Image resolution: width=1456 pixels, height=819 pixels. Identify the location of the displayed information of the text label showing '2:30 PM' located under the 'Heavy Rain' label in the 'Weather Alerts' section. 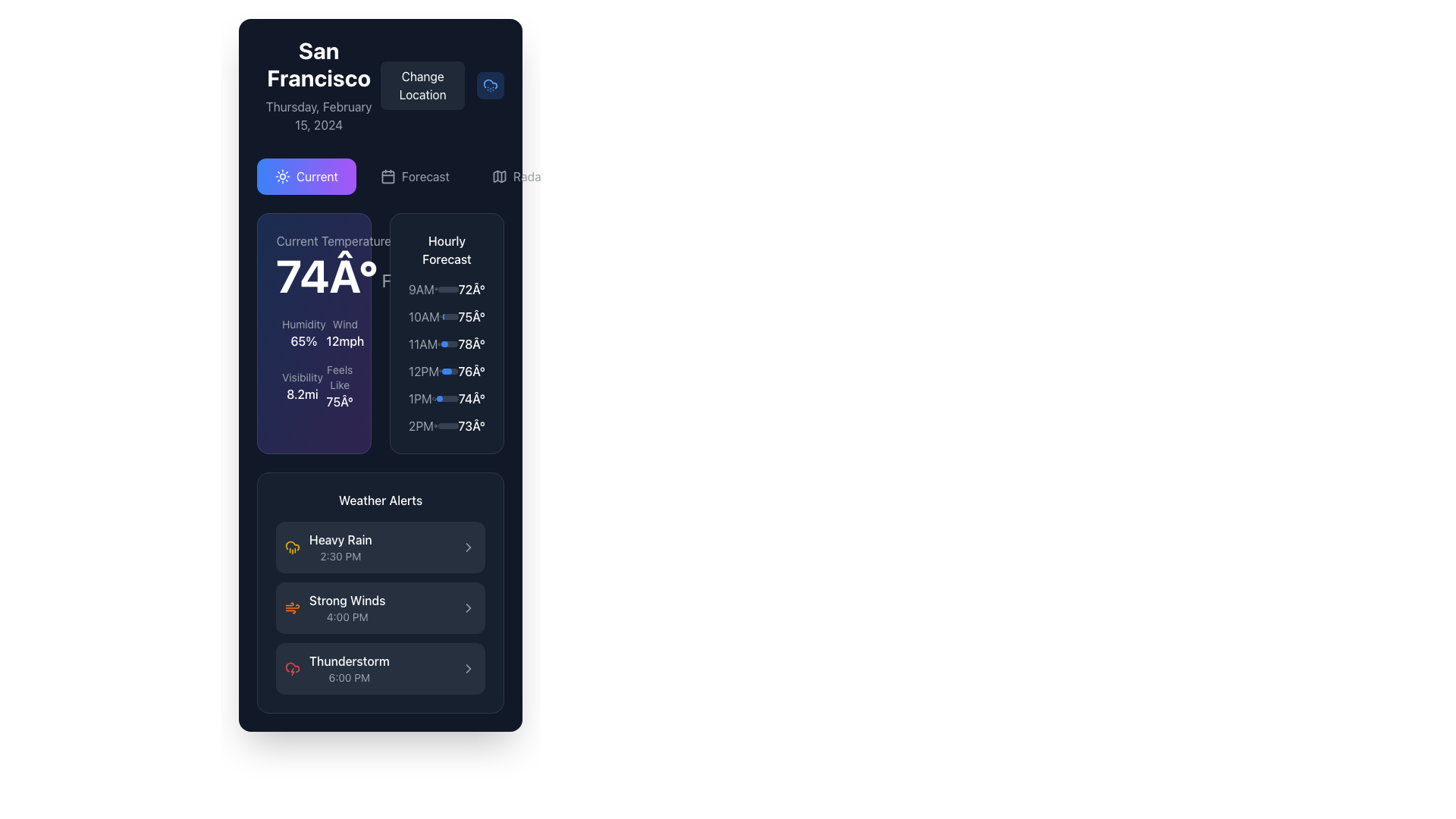
(340, 556).